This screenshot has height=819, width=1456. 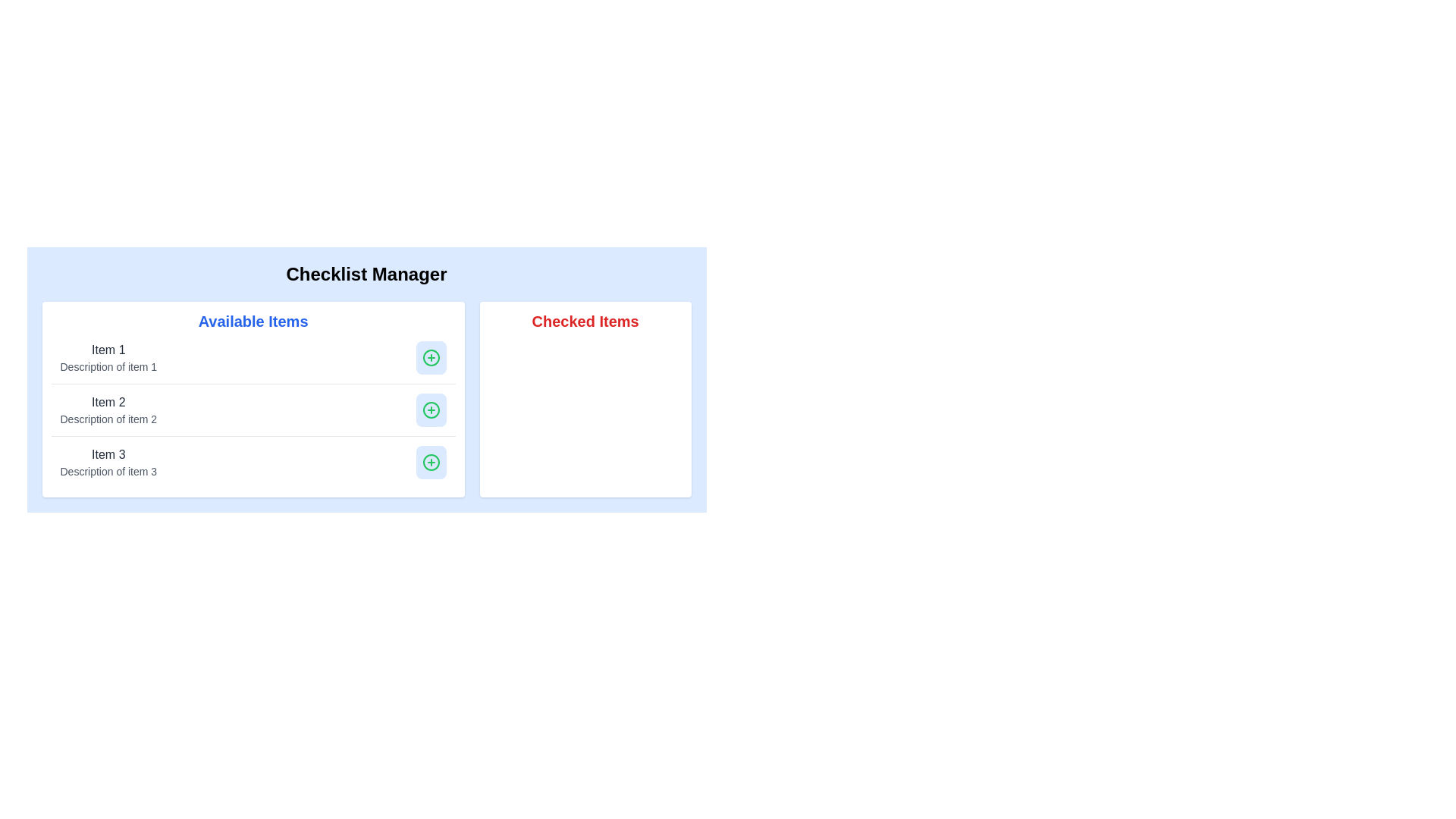 I want to click on the circular shape with a green border and cyan fill, part of the '+' icon button associated with 'Item 1' in the 'Available Items' section, so click(x=430, y=461).